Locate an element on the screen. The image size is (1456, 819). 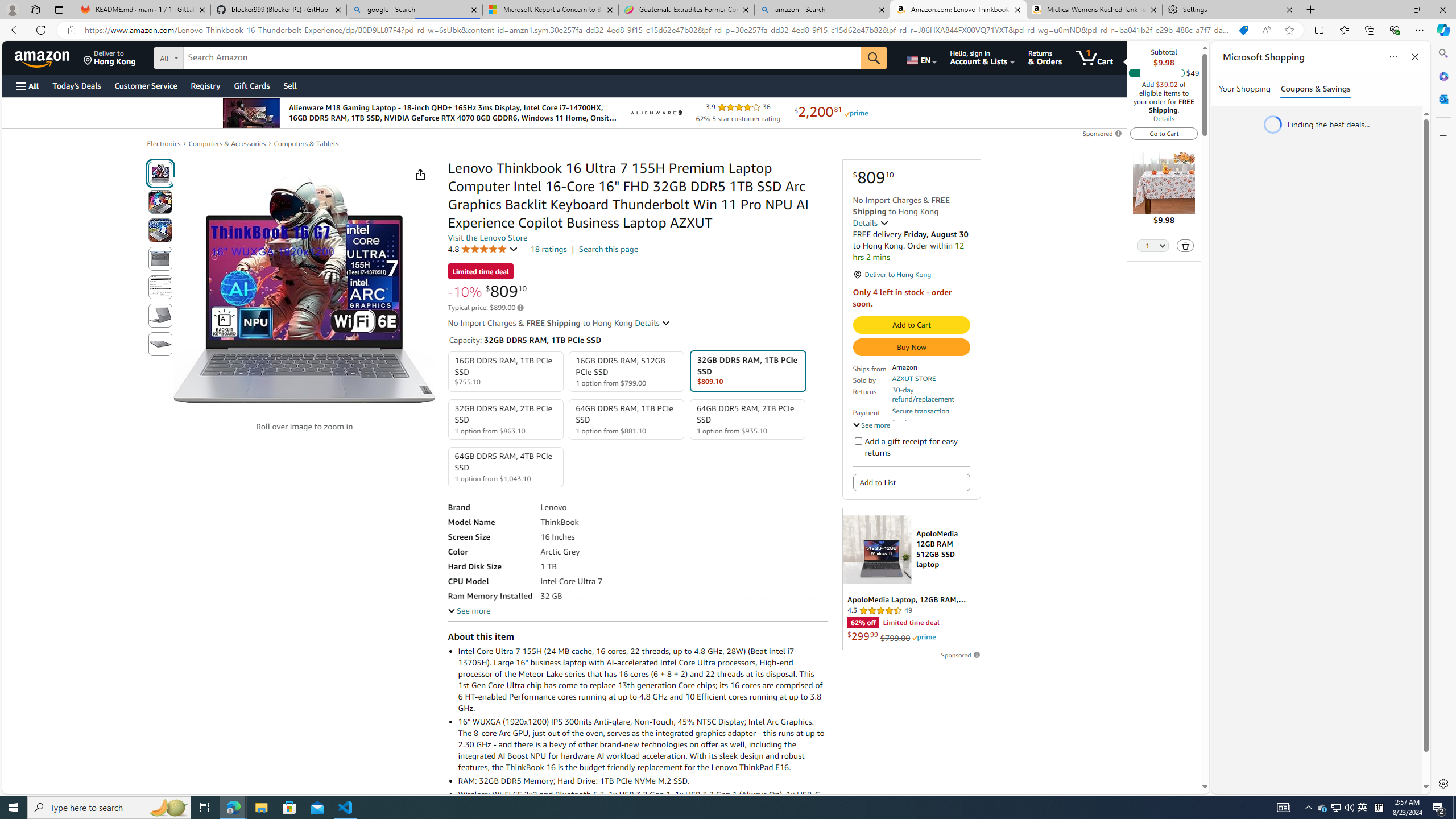
'Computers & Accessories' is located at coordinates (227, 143).